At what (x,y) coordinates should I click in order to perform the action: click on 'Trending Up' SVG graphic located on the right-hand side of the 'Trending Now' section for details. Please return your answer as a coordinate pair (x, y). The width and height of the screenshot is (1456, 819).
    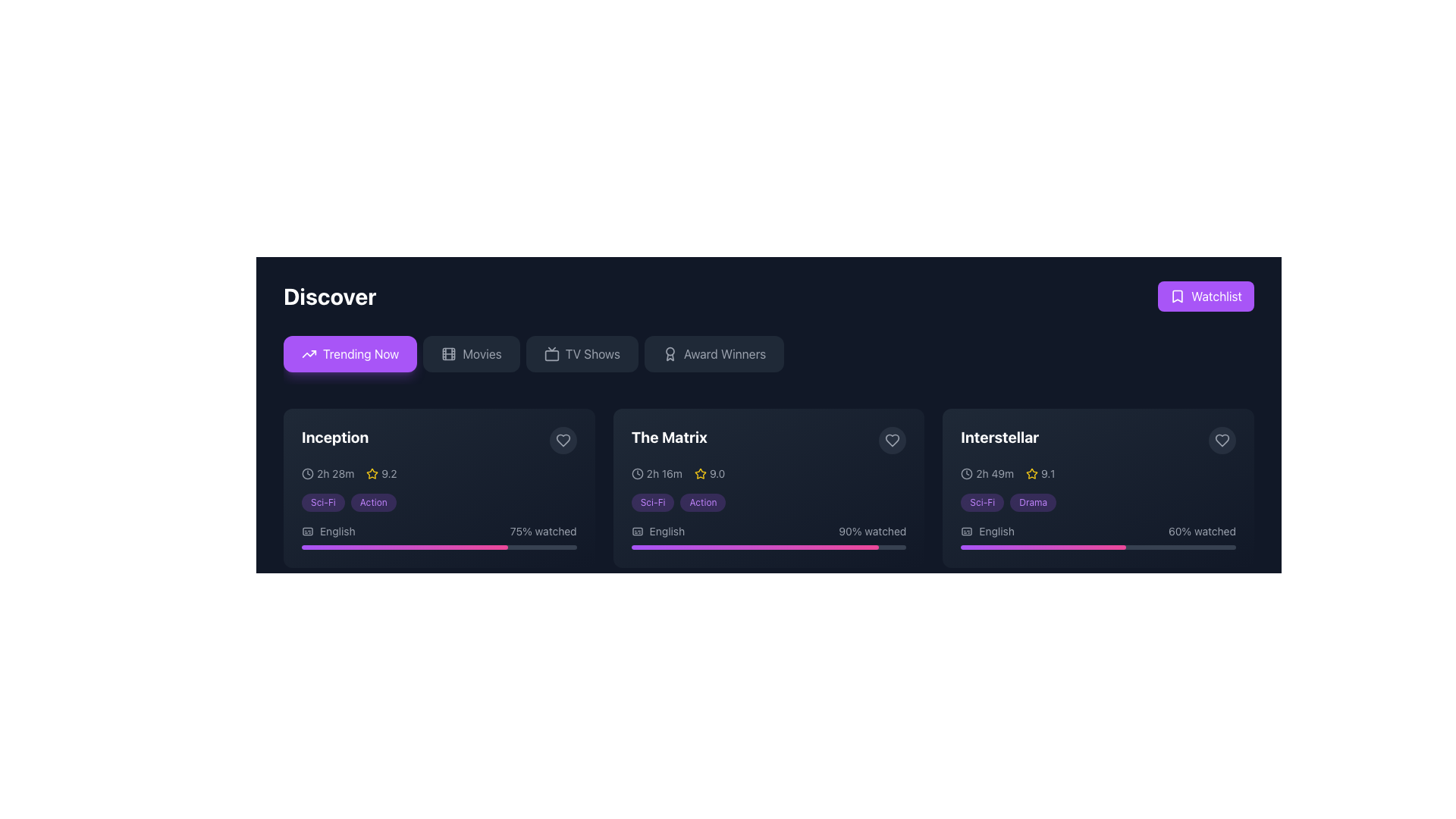
    Looking at the image, I should click on (309, 353).